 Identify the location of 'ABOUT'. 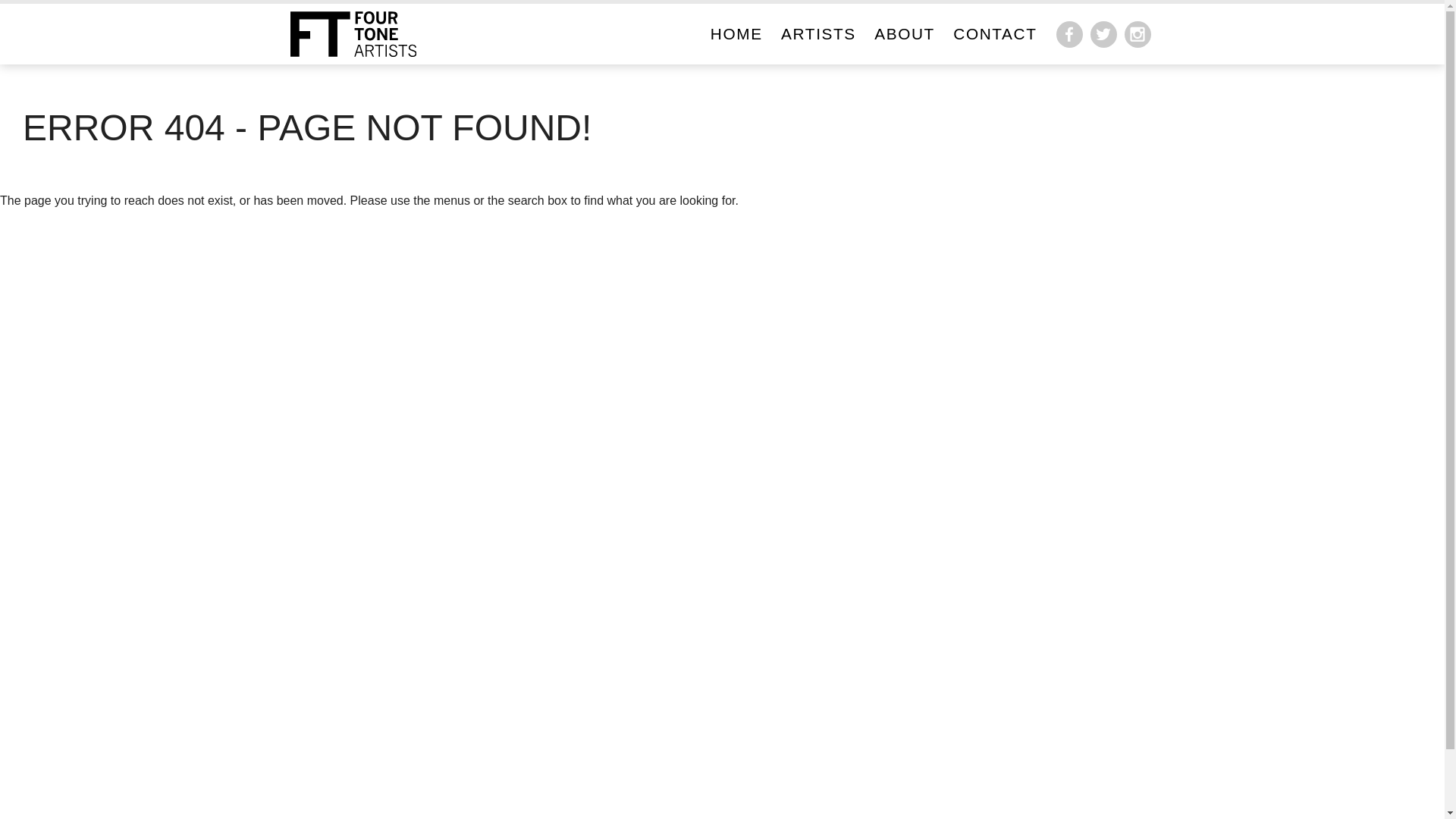
(905, 33).